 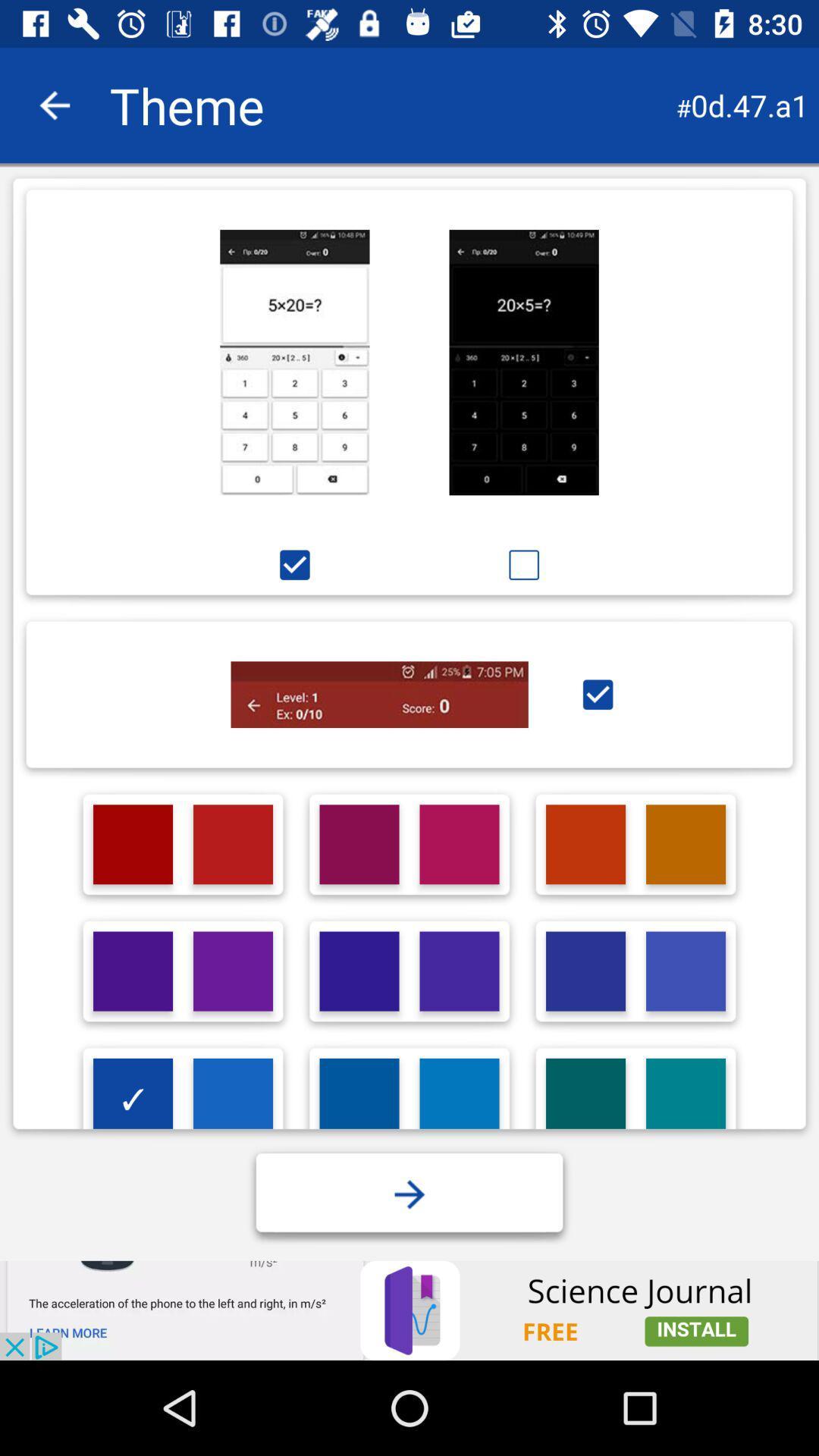 I want to click on backward, so click(x=54, y=105).